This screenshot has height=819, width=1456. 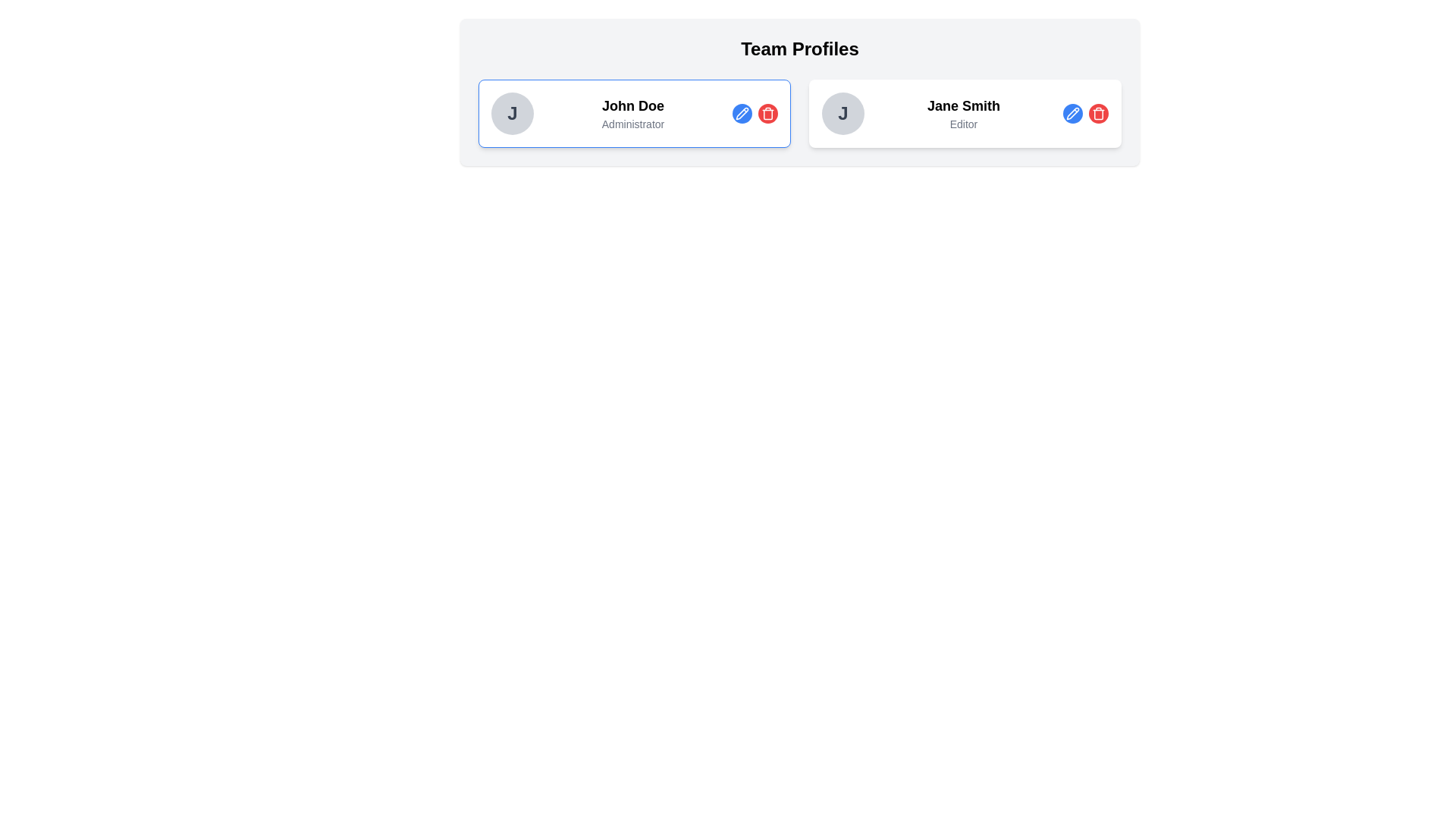 What do you see at coordinates (633, 113) in the screenshot?
I see `displayed content from the Text Display that labels and describes a user or profile entity, located centrally in the interface next to the circular avatar containing the letter 'J'` at bounding box center [633, 113].